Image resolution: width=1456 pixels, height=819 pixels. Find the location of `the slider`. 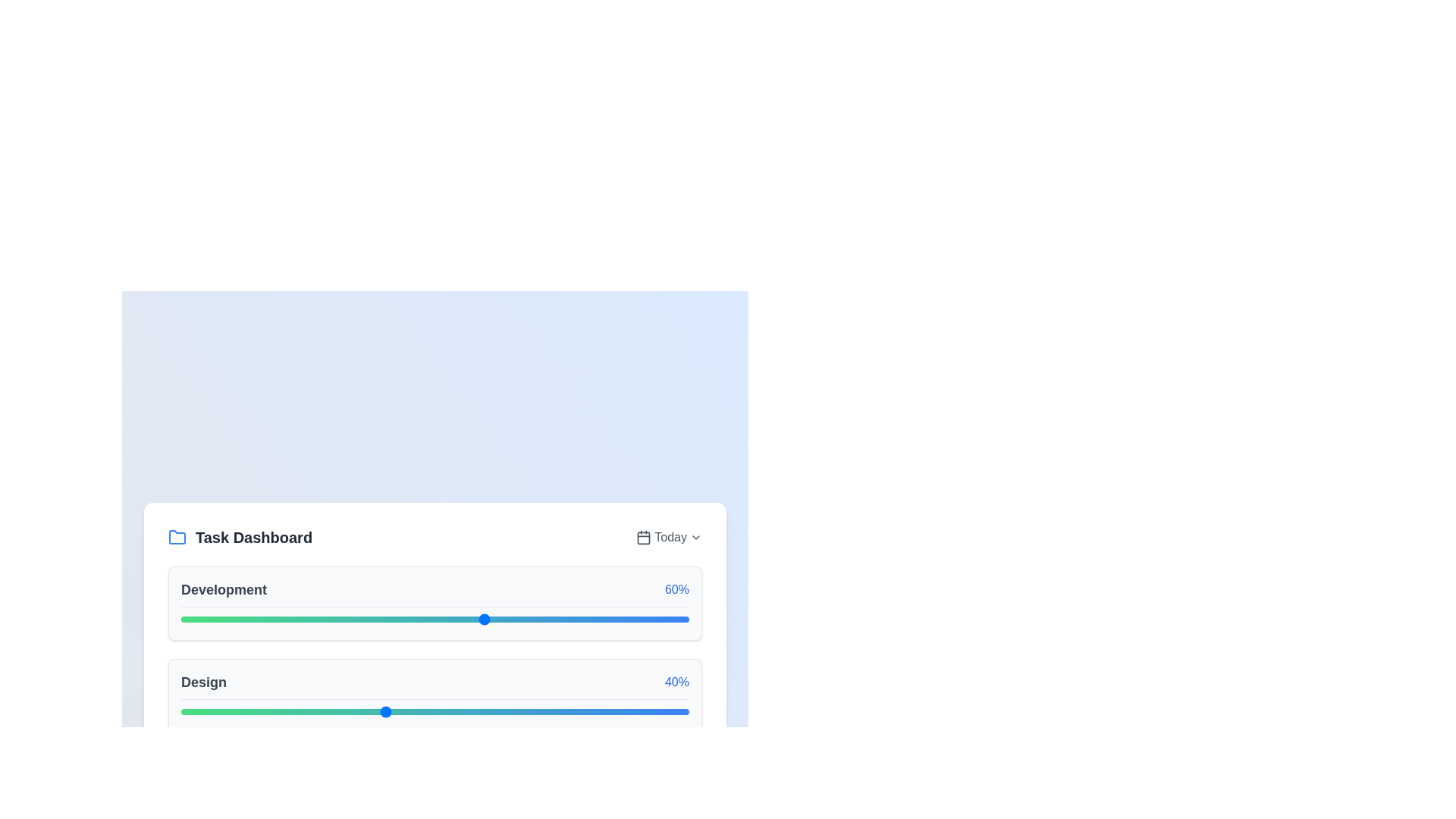

the slider is located at coordinates (475, 620).